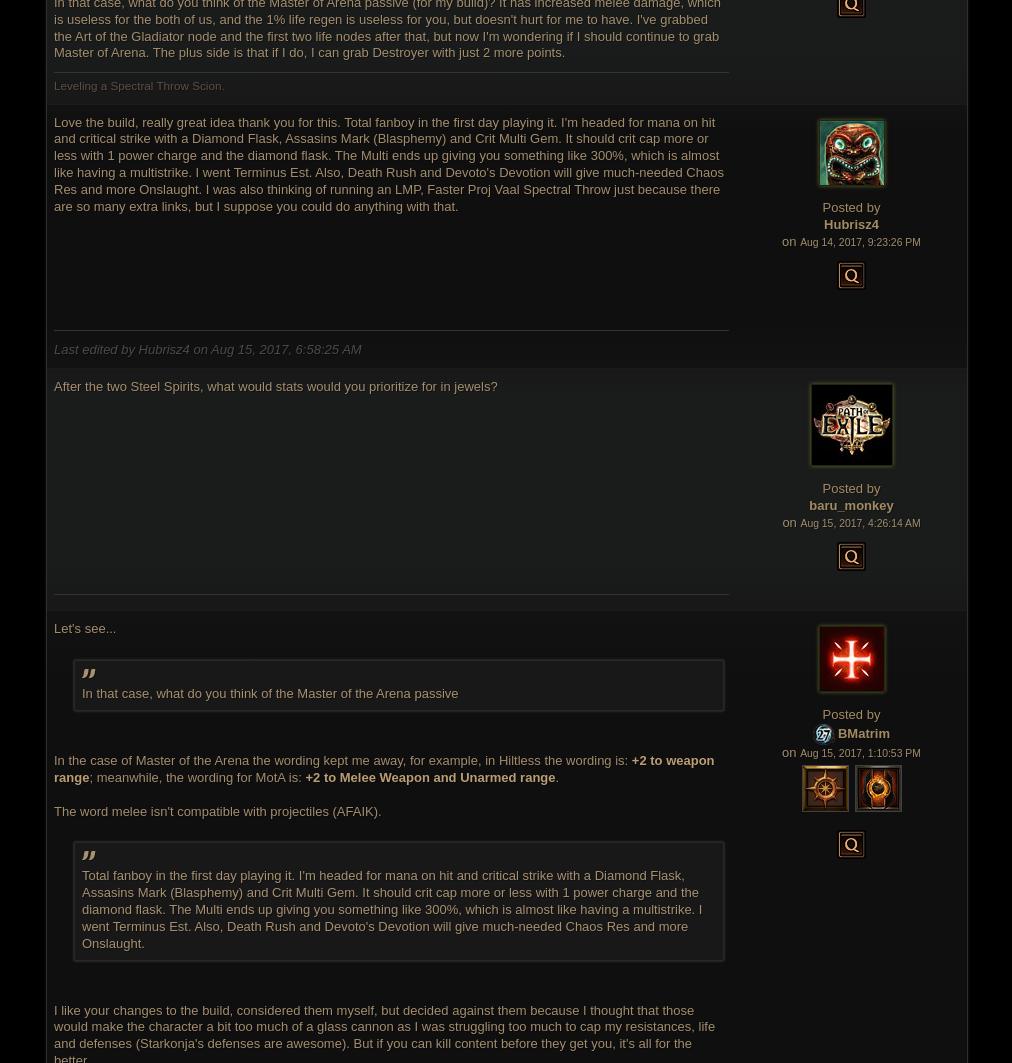 Image resolution: width=1012 pixels, height=1063 pixels. What do you see at coordinates (53, 627) in the screenshot?
I see `'Let's see...'` at bounding box center [53, 627].